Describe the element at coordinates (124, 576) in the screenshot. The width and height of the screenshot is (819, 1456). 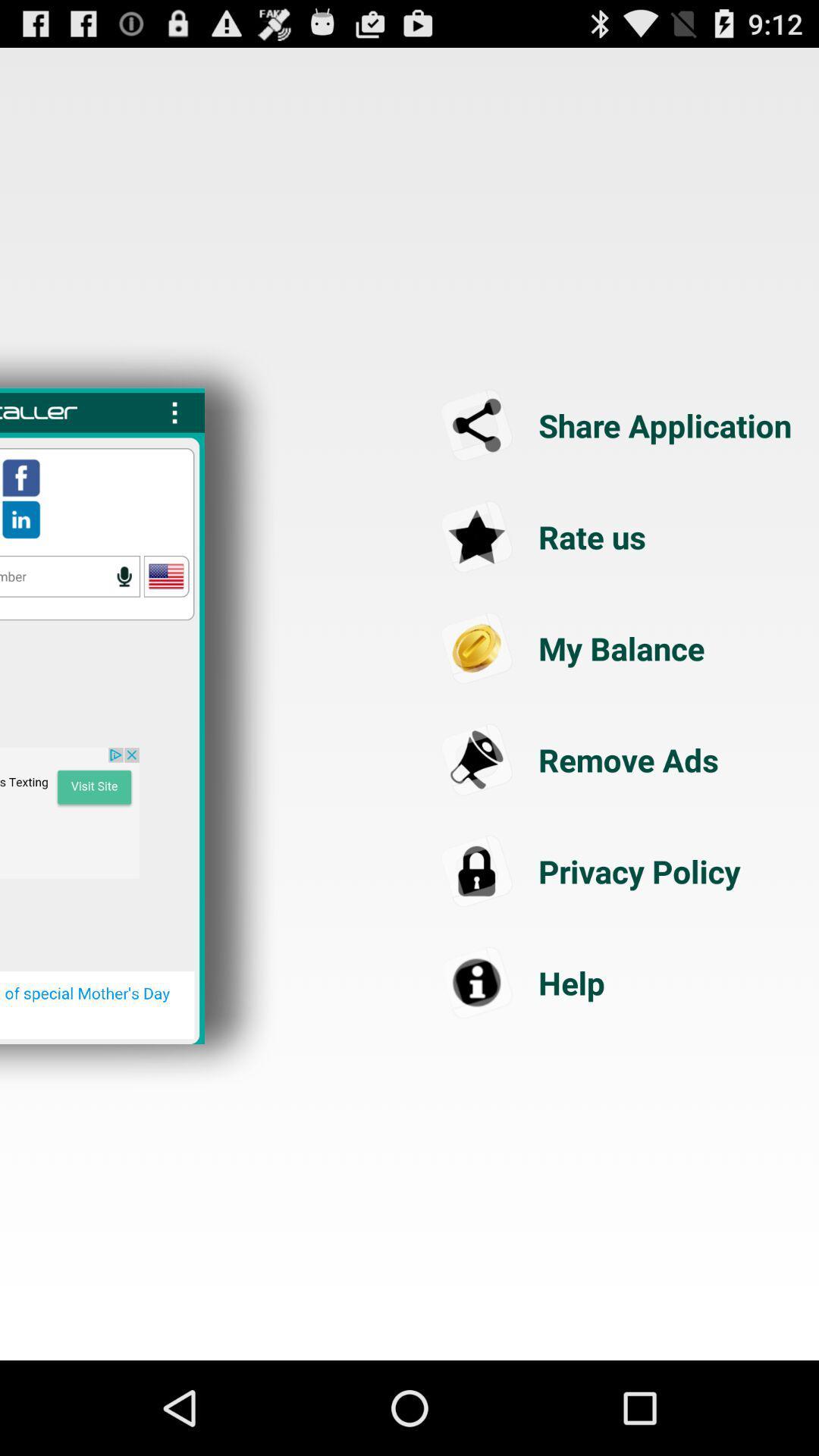
I see `record audio` at that location.